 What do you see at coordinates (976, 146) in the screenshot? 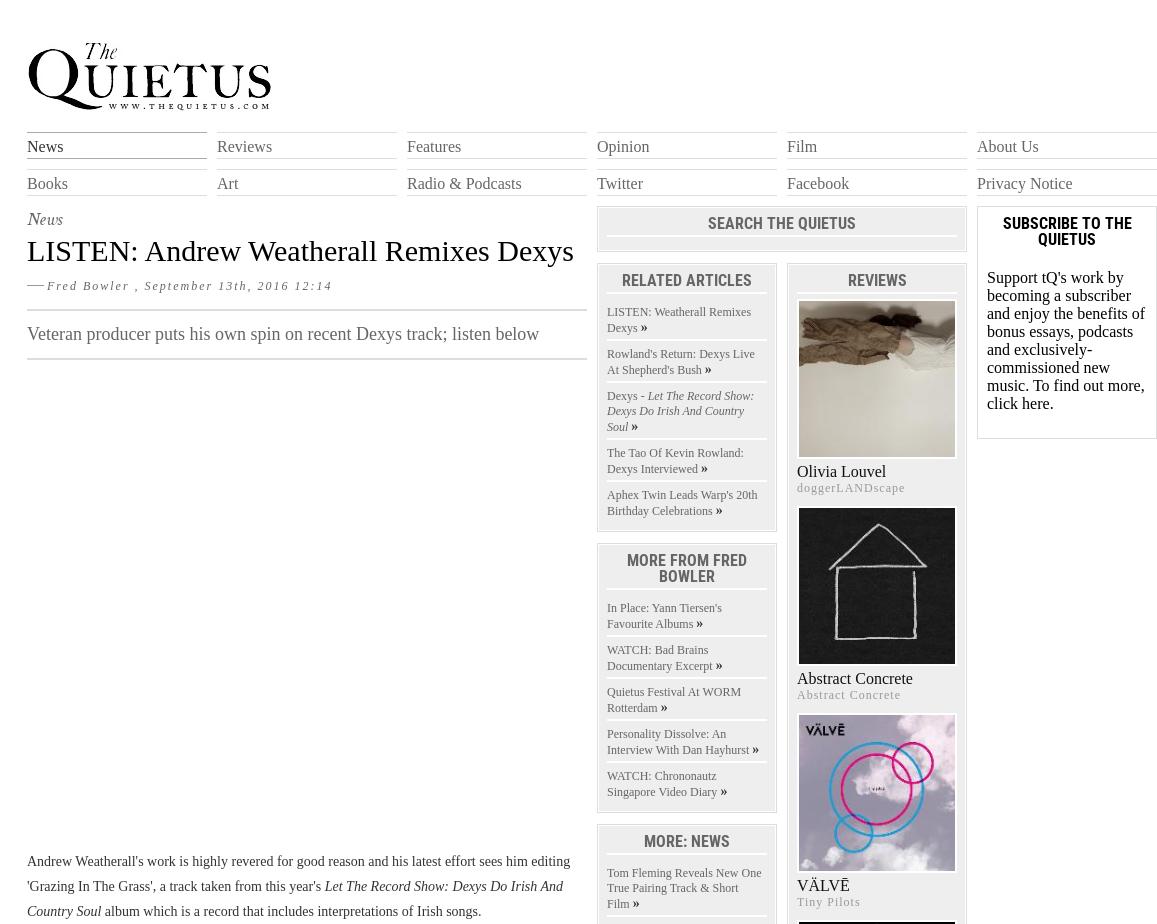
I see `'About Us'` at bounding box center [976, 146].